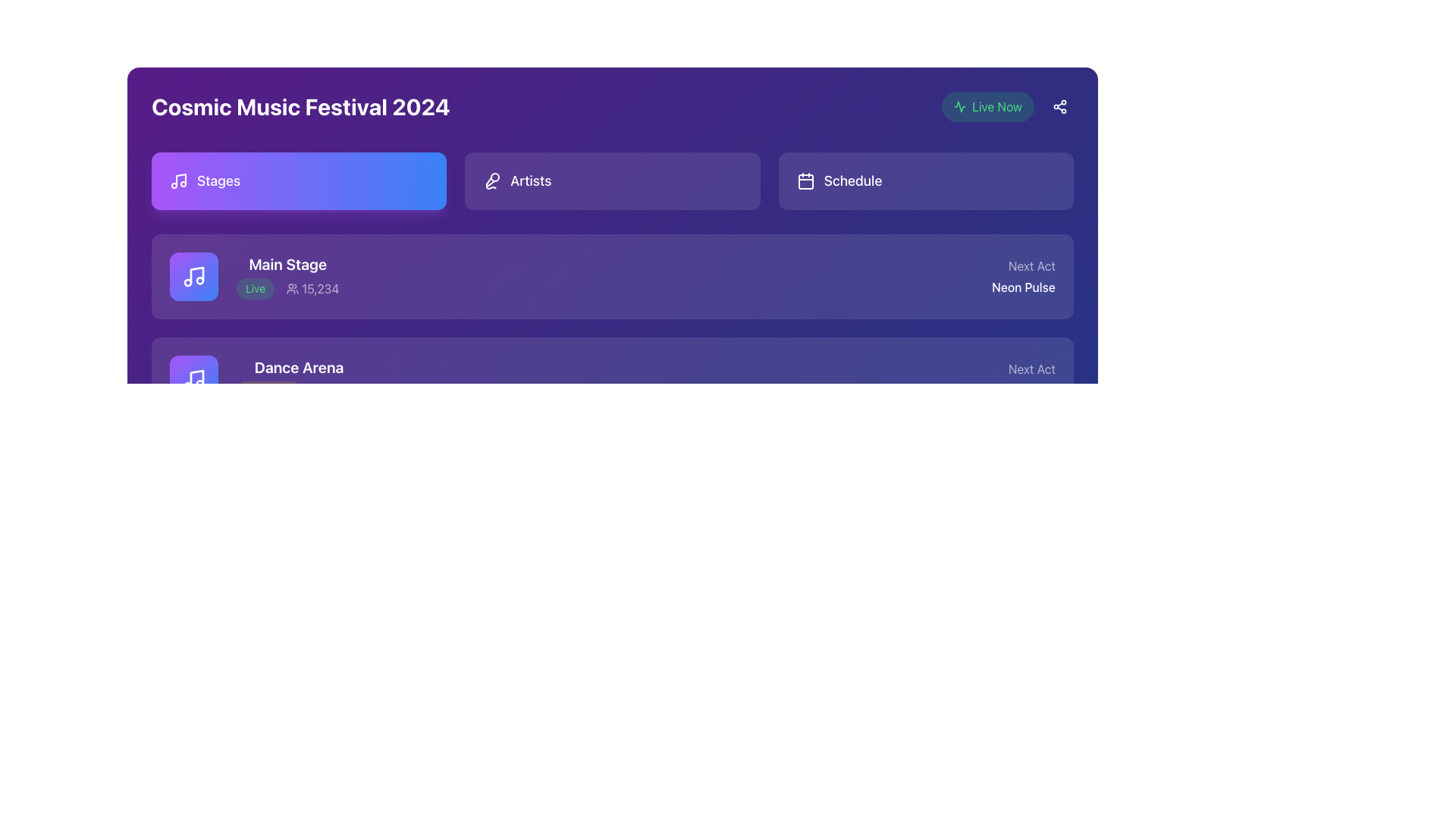  What do you see at coordinates (254, 277) in the screenshot?
I see `the Information badge or status indicator, which shows 'Live' with a green background and '15,234' in muted white, located` at bounding box center [254, 277].